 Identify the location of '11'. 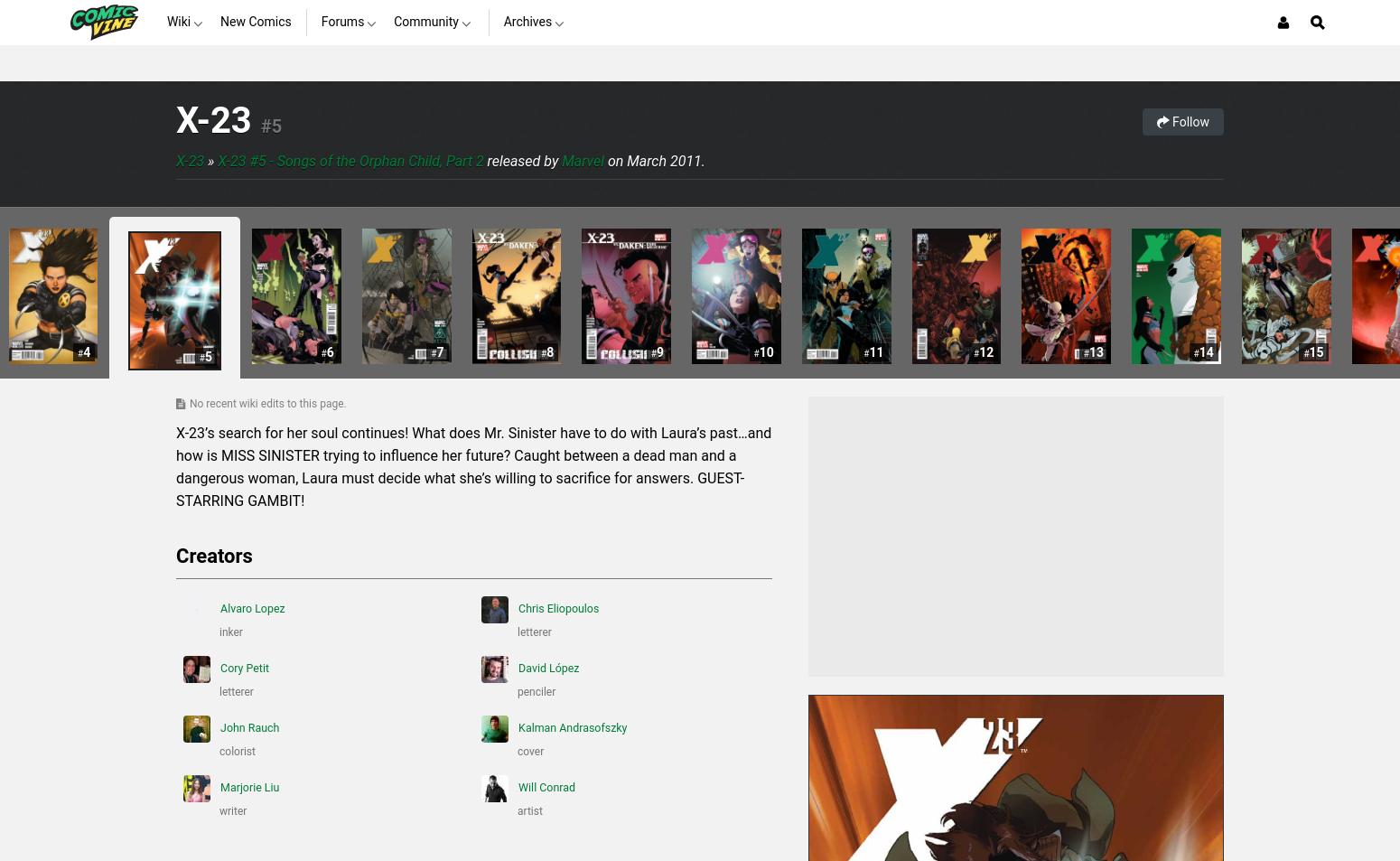
(874, 351).